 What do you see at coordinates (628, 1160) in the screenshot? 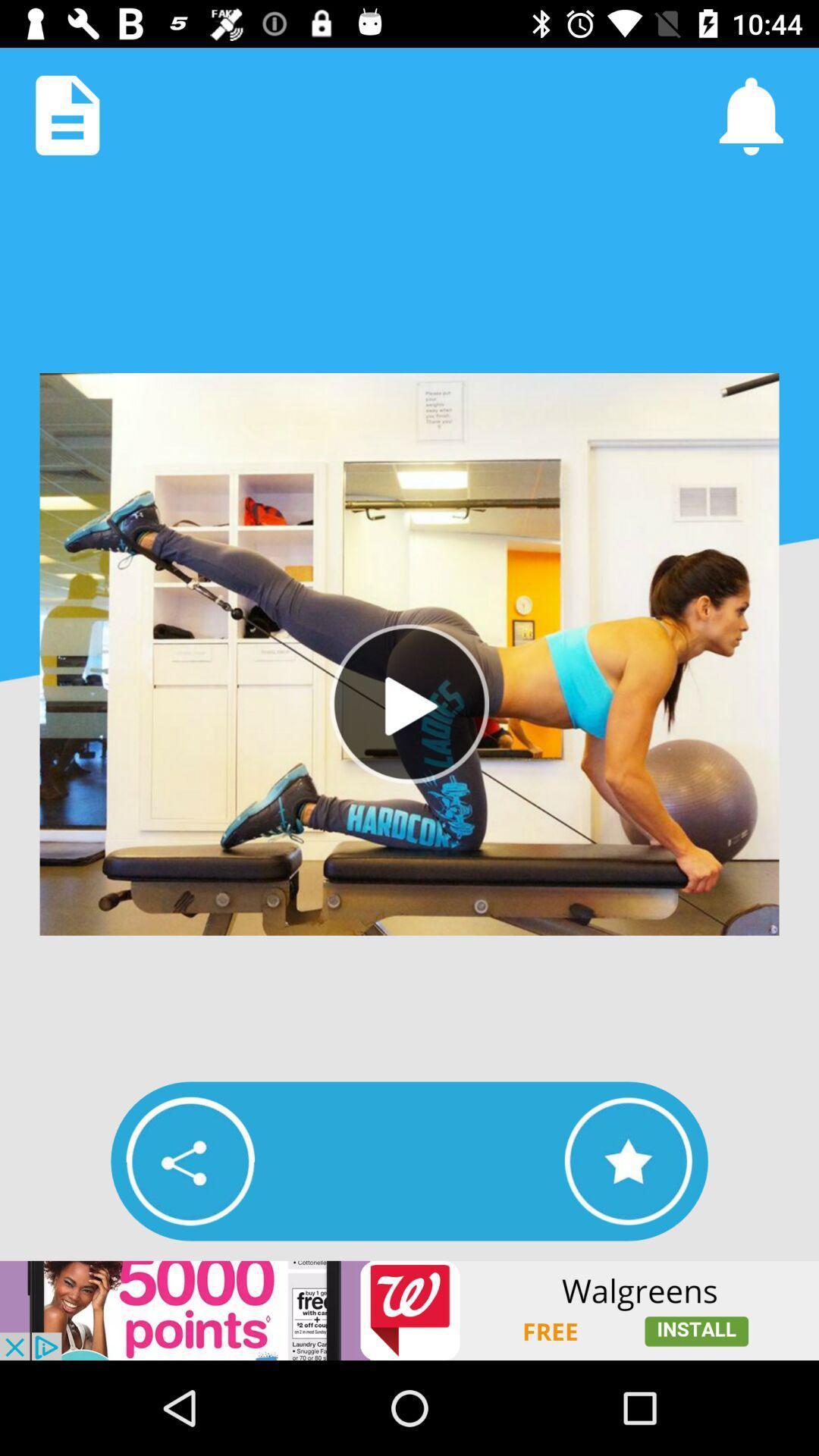
I see `favourite` at bounding box center [628, 1160].